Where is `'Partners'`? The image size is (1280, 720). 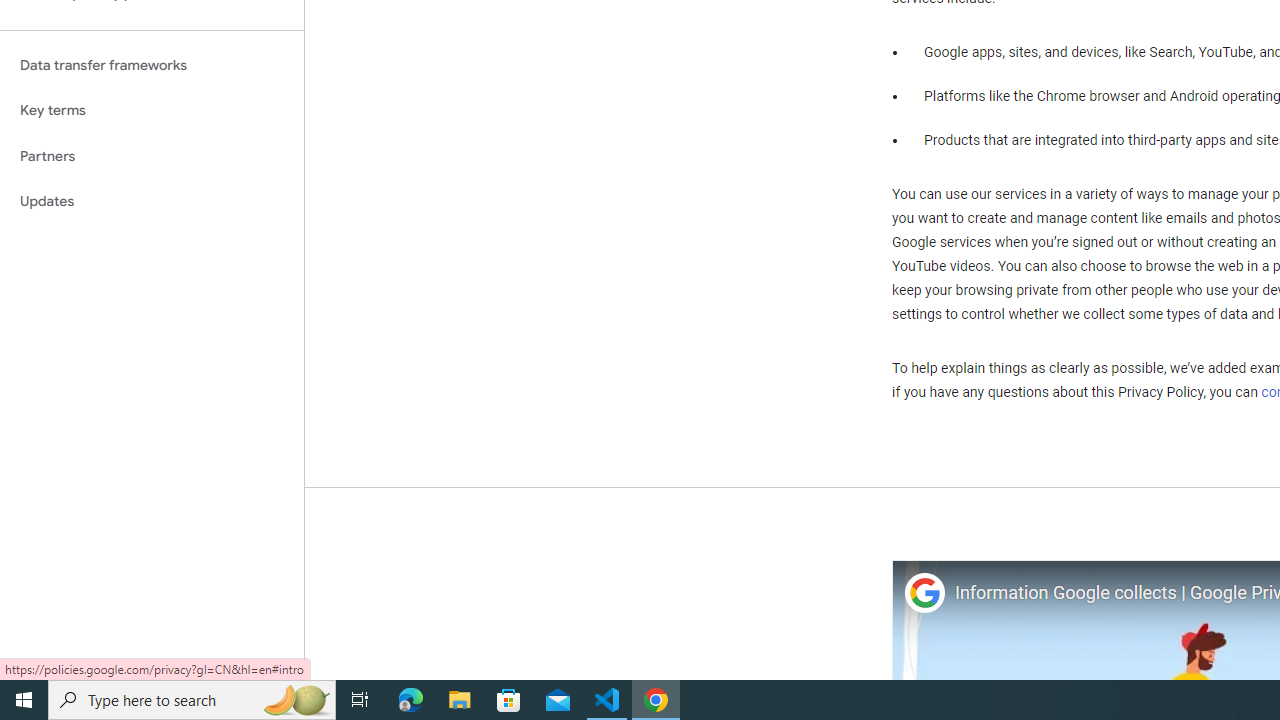
'Partners' is located at coordinates (151, 155).